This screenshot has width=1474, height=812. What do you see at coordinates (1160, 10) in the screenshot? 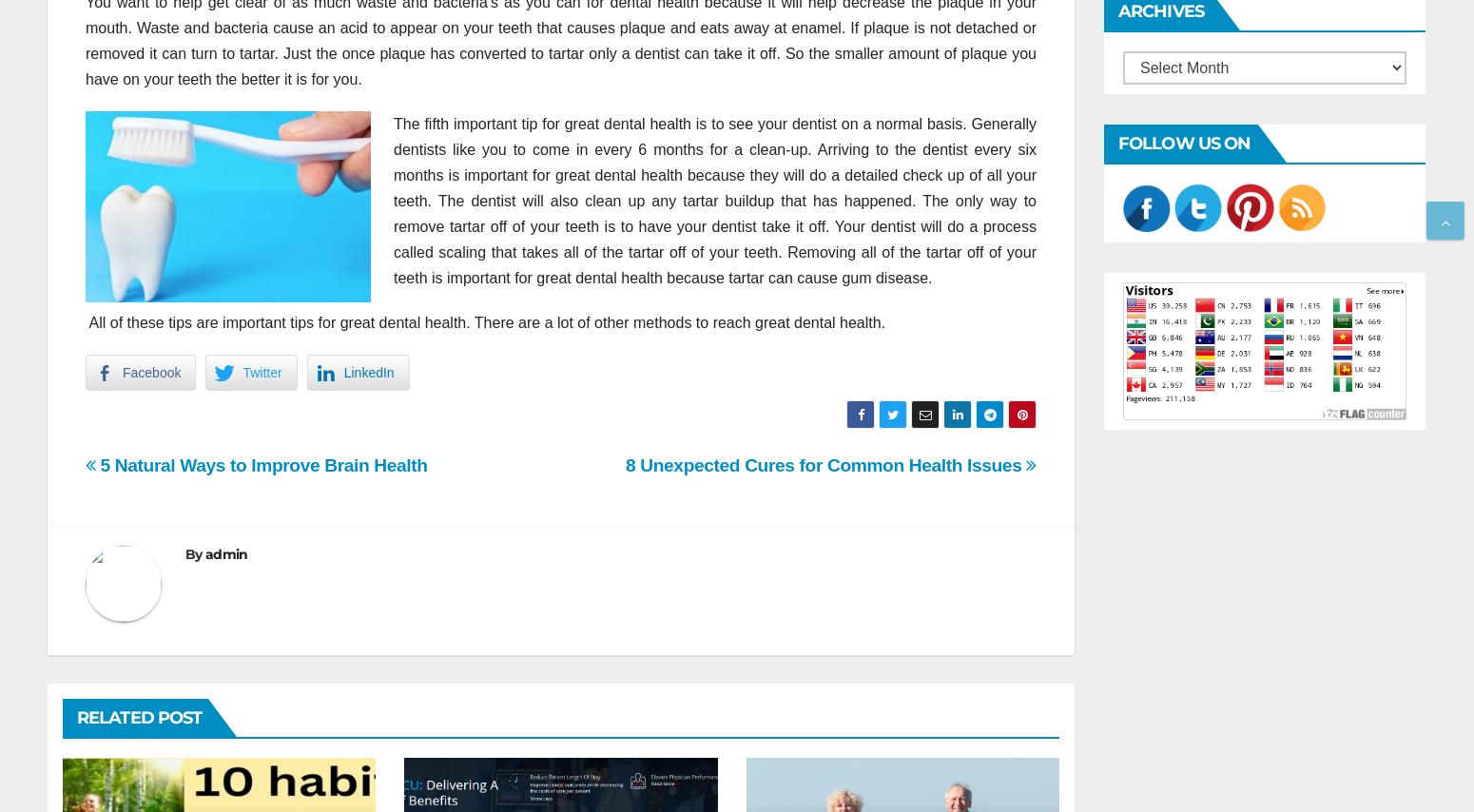
I see `'Archives'` at bounding box center [1160, 10].